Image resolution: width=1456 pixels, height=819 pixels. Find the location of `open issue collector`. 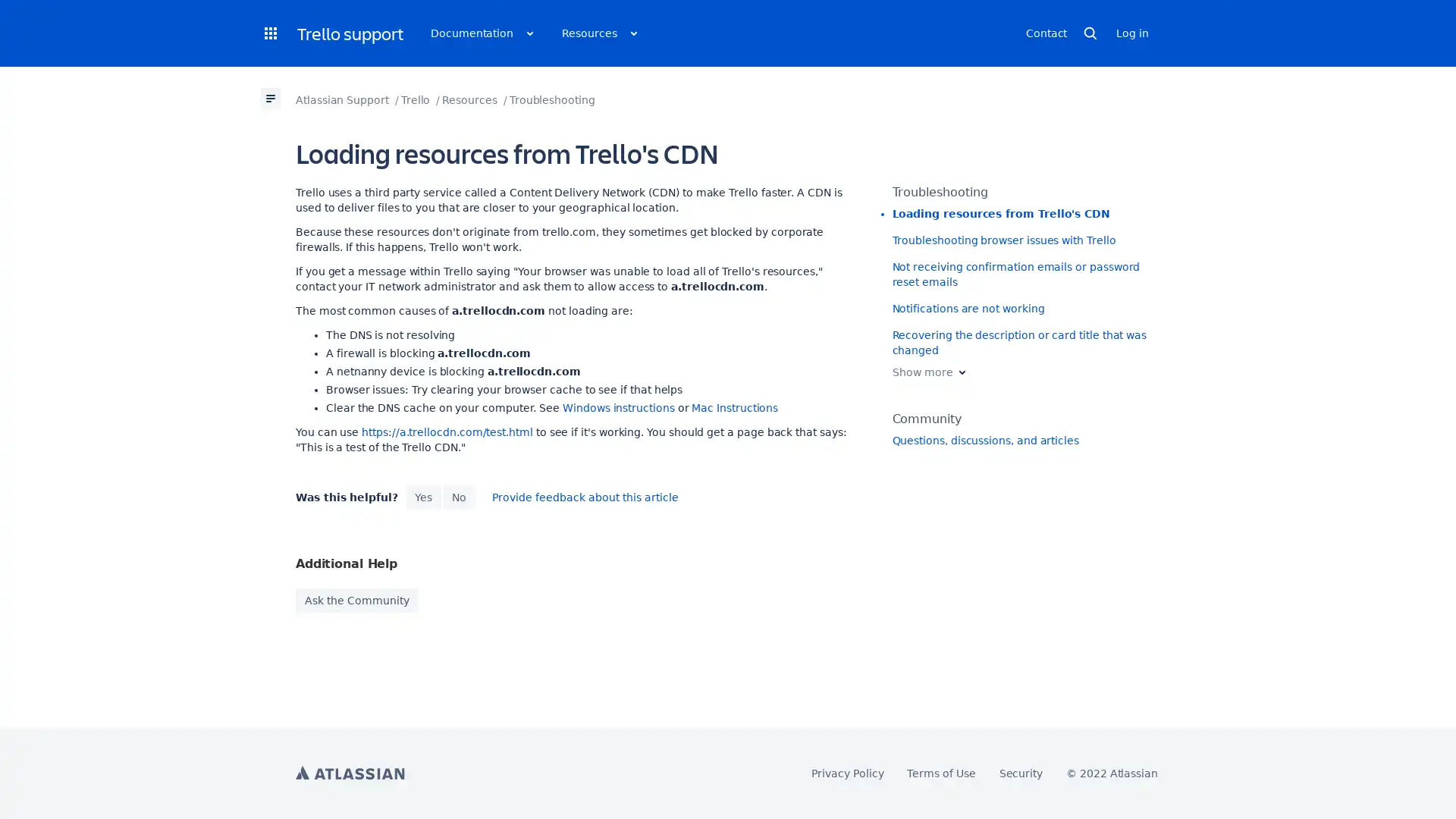

open issue collector is located at coordinates (584, 497).